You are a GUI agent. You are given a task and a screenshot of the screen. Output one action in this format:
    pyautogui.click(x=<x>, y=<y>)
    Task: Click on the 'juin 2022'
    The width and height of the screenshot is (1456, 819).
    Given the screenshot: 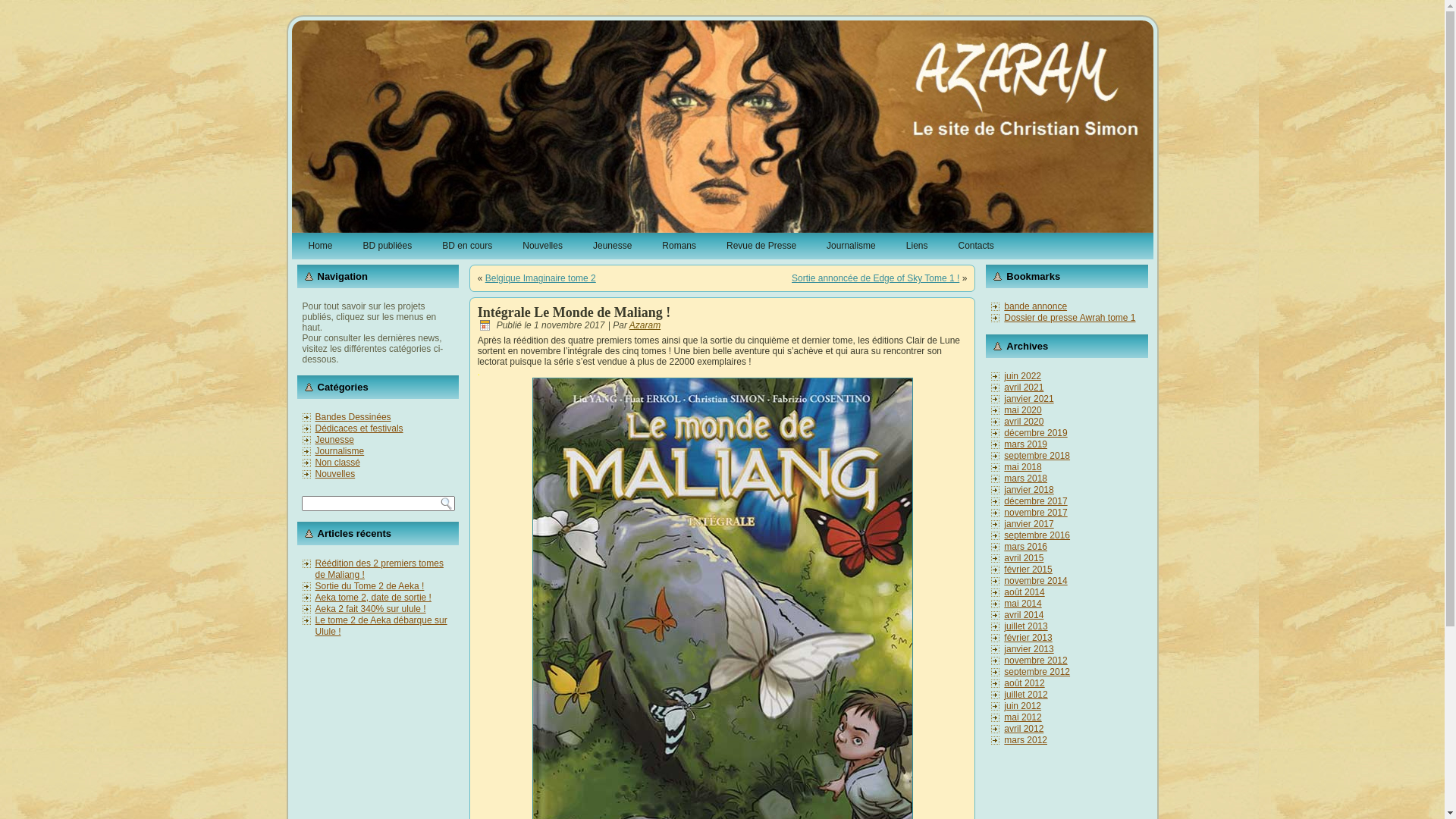 What is the action you would take?
    pyautogui.click(x=1022, y=375)
    